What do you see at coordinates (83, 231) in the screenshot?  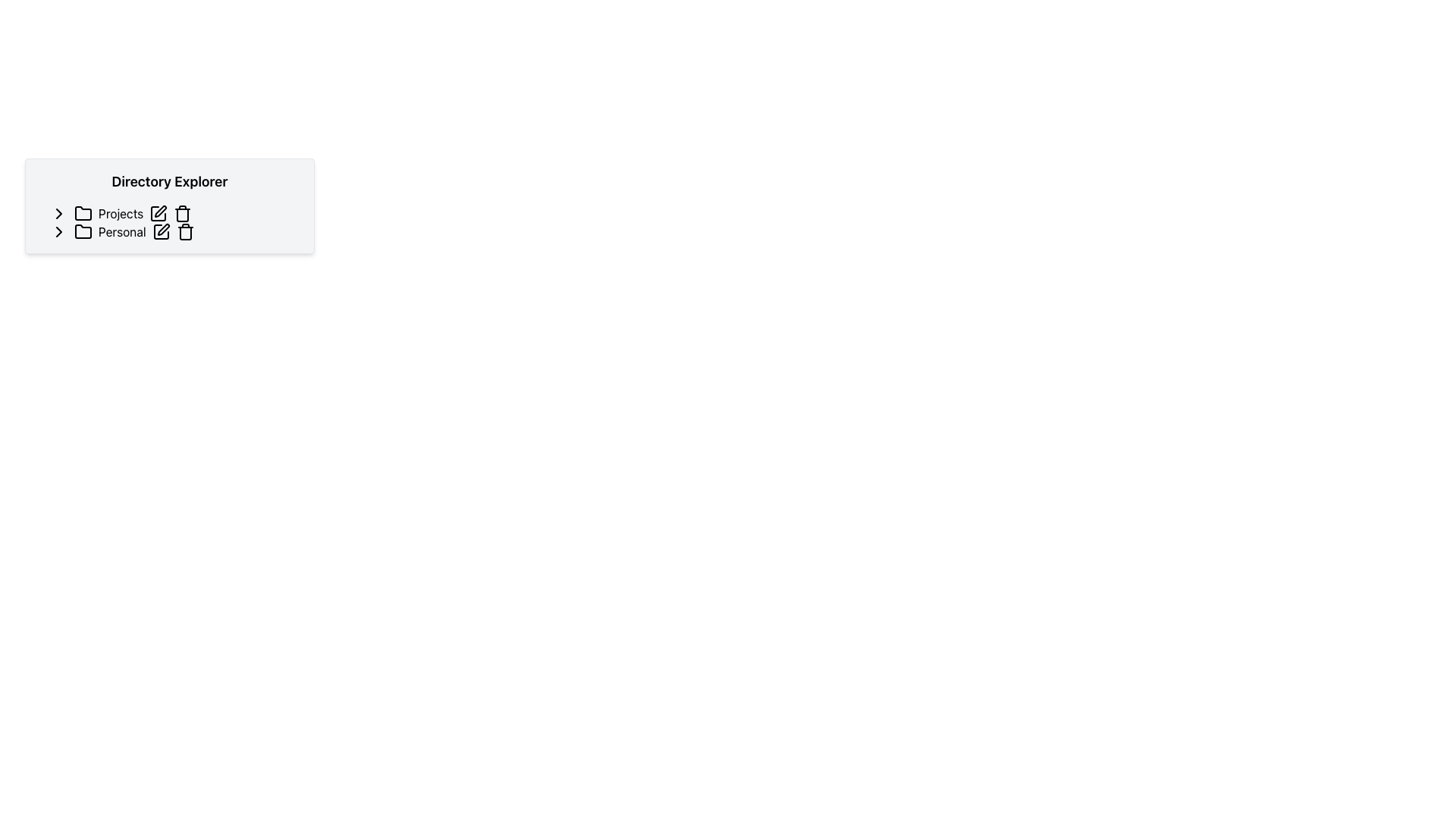 I see `the folder icon that is located immediately before the text 'Personal' in the row of elements` at bounding box center [83, 231].